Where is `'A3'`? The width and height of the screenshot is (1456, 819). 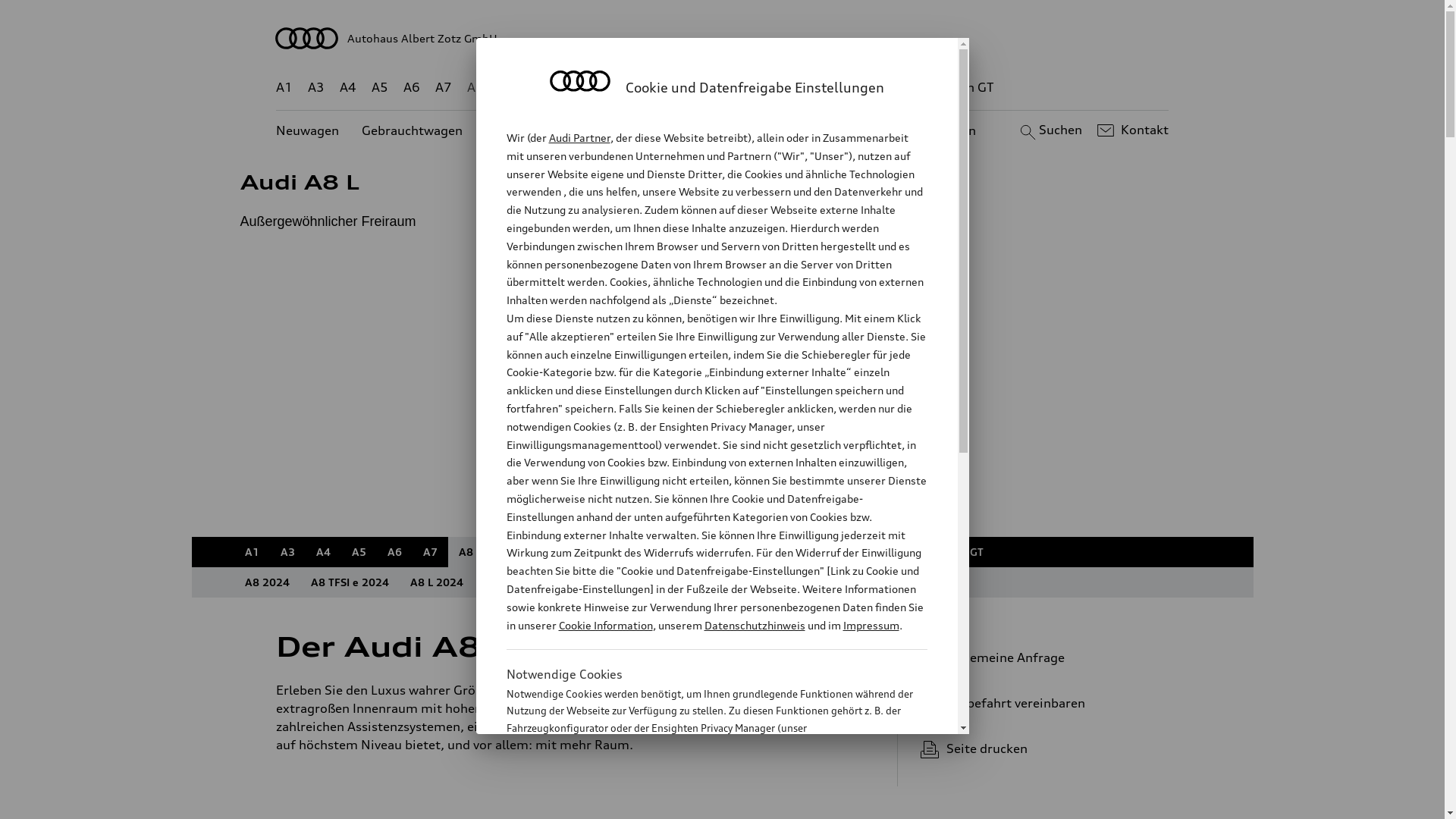 'A3' is located at coordinates (315, 87).